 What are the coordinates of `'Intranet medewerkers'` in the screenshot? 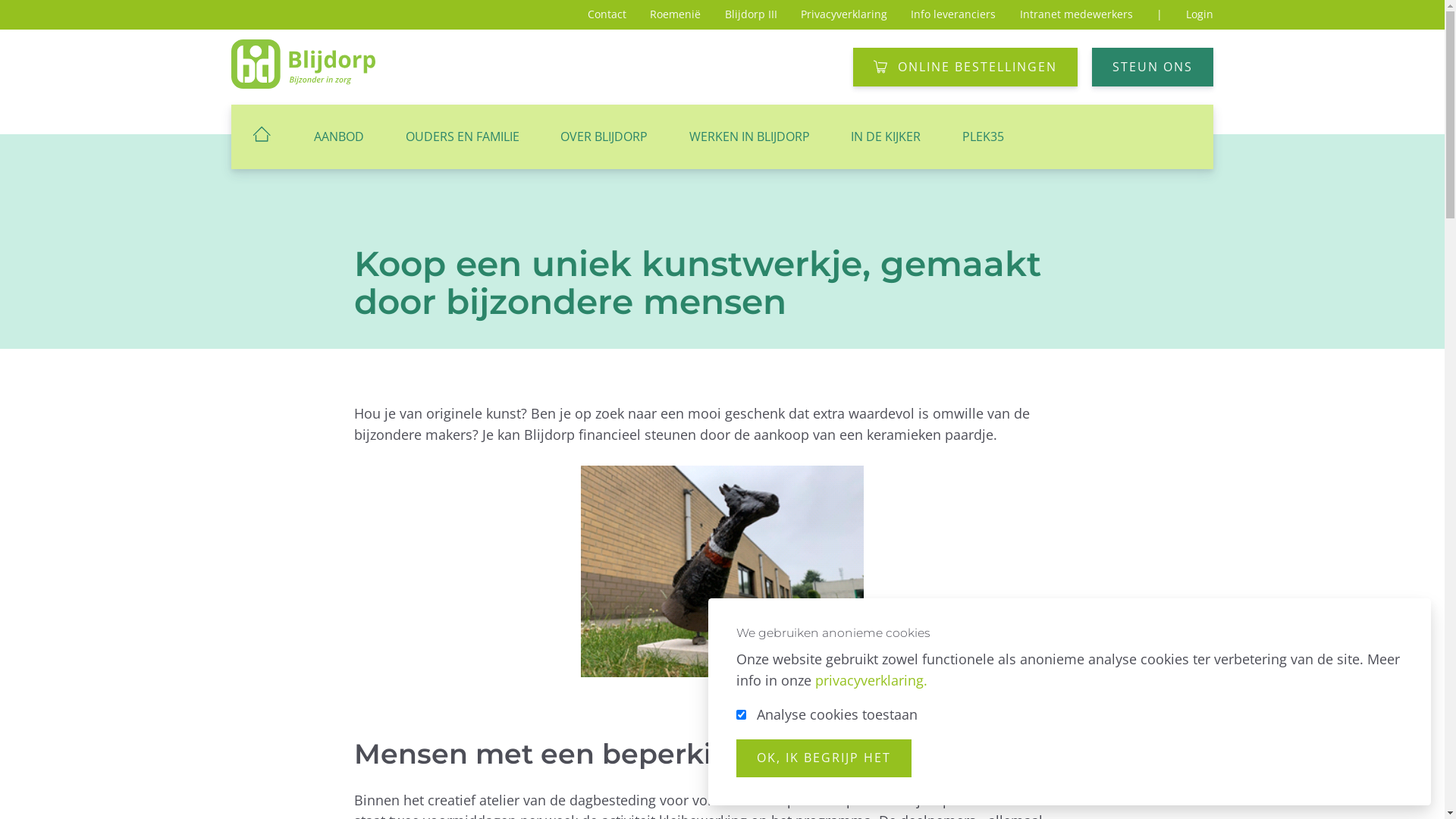 It's located at (1075, 14).